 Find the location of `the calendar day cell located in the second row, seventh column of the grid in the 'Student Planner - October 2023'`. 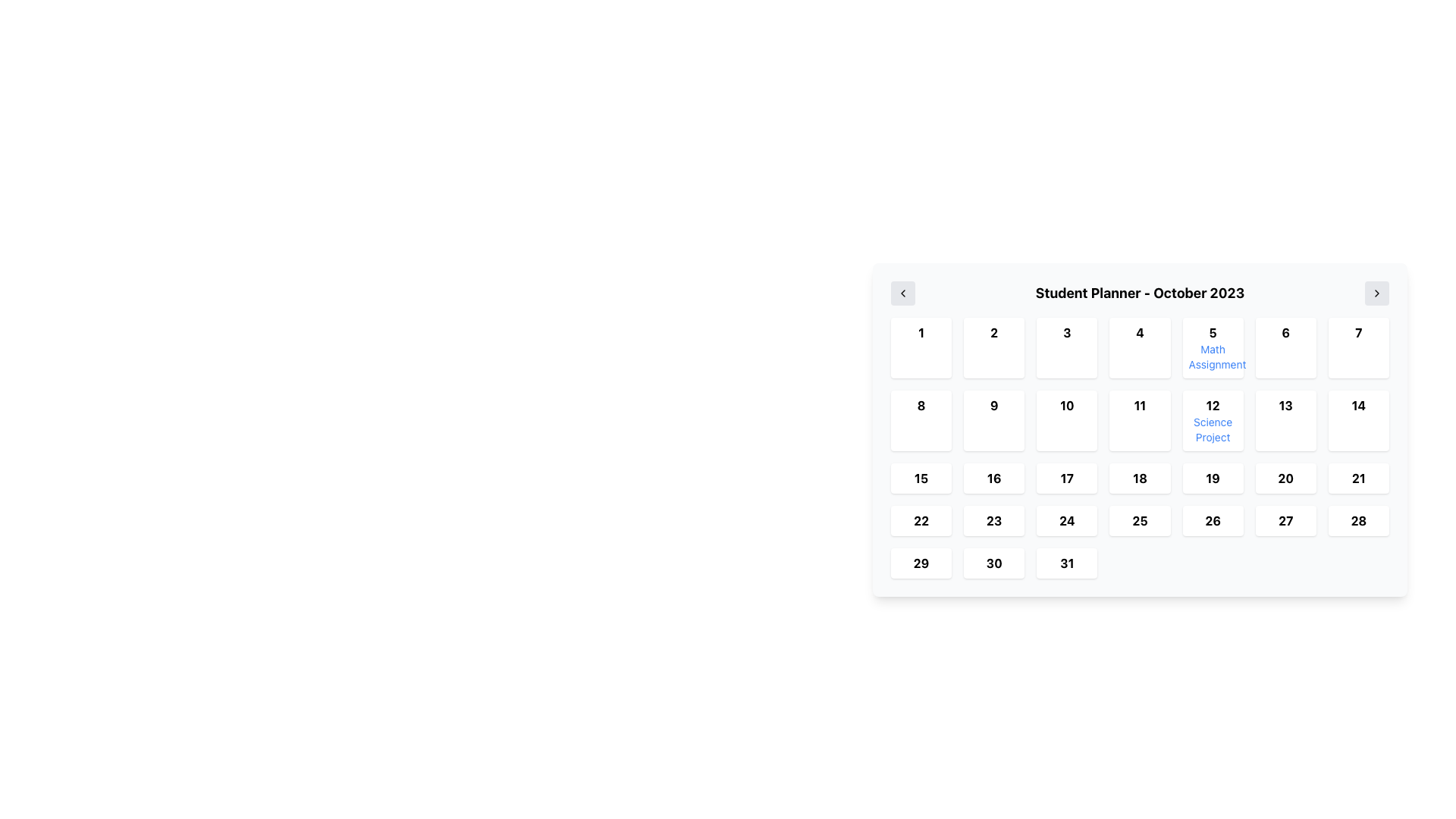

the calendar day cell located in the second row, seventh column of the grid in the 'Student Planner - October 2023' is located at coordinates (1358, 421).